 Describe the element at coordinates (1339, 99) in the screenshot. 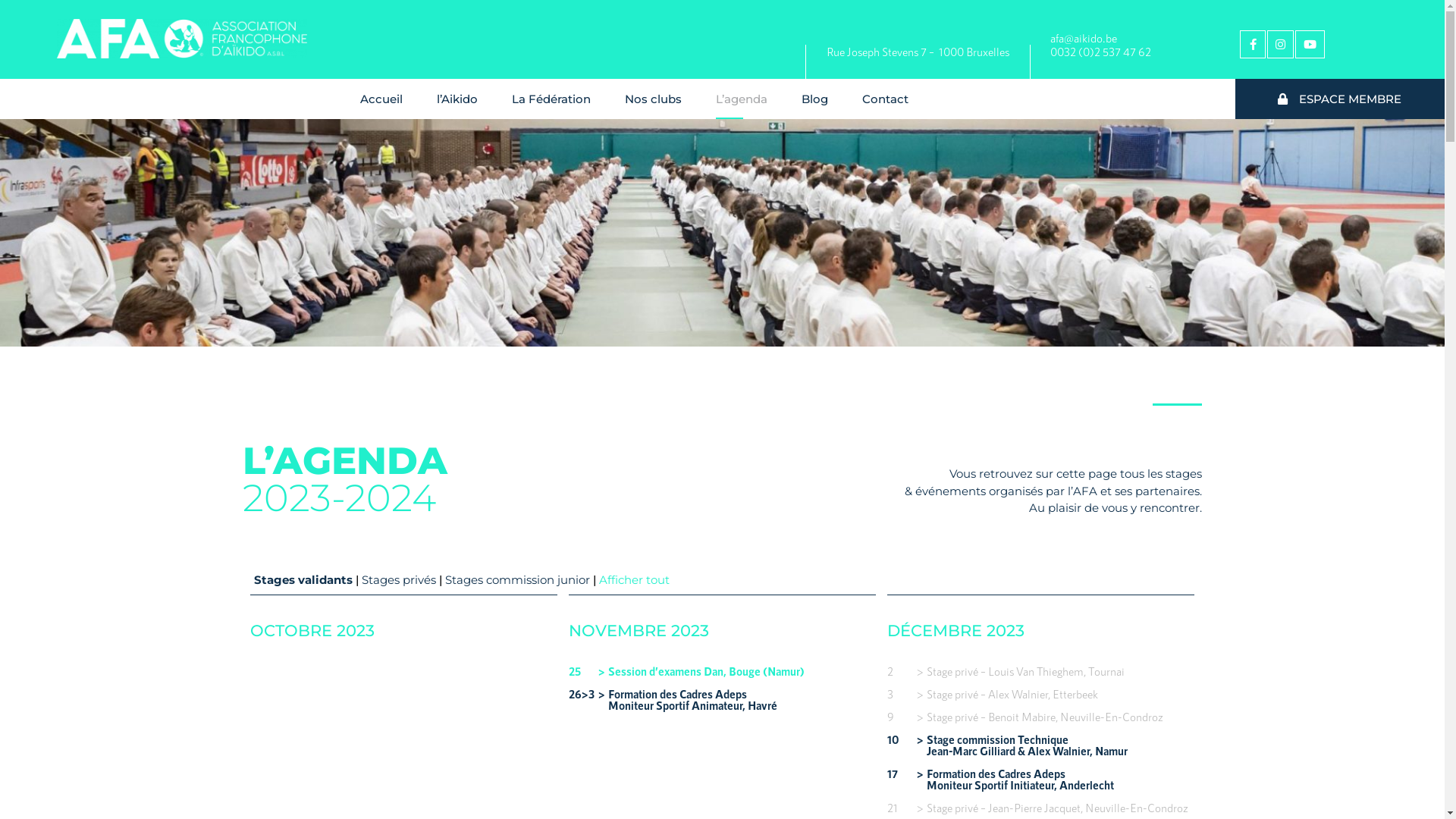

I see `'ESPACE MEMBRE'` at that location.